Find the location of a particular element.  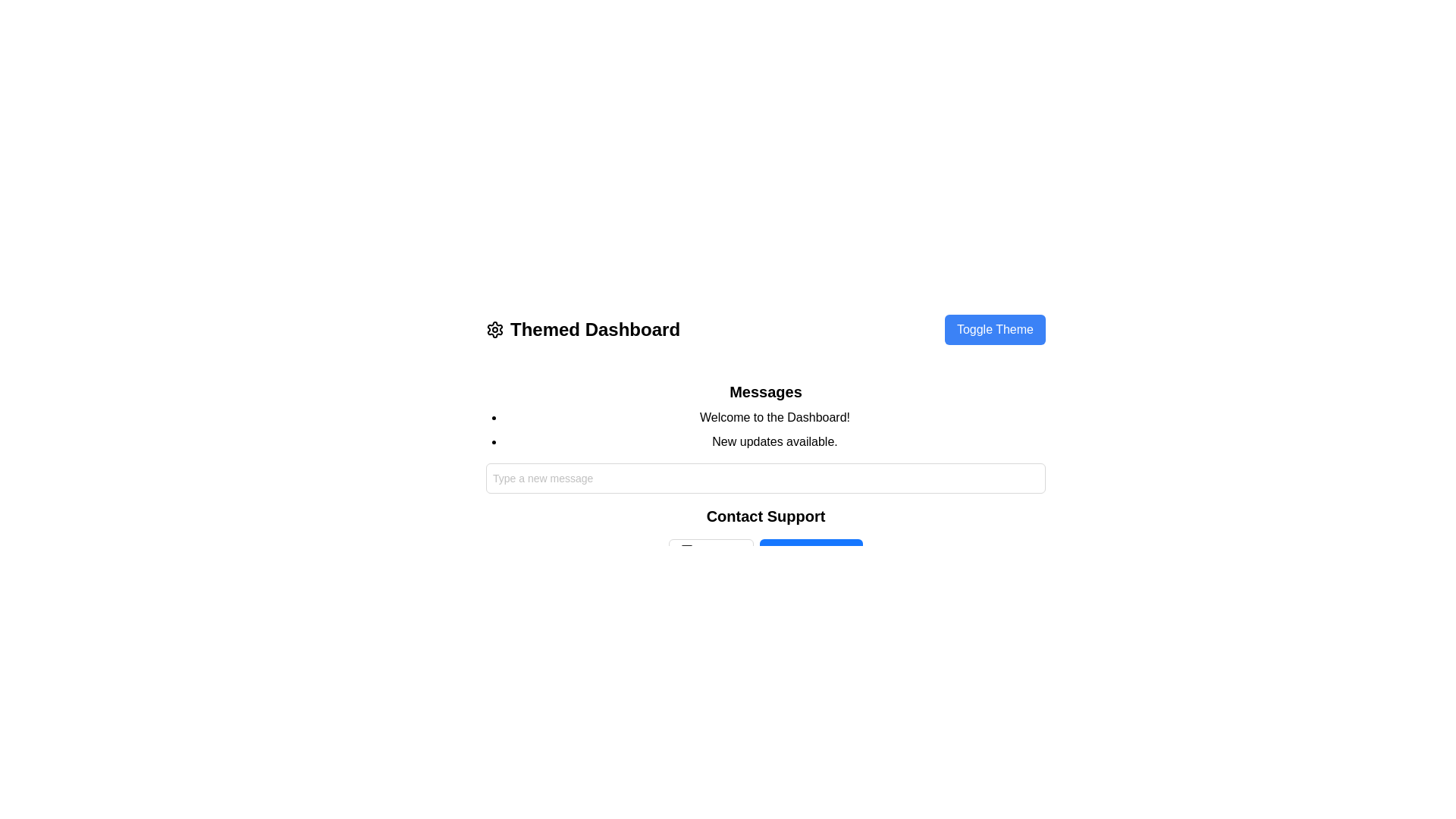

the gear-shaped icon, which is outlined in black and located to the left of the text 'Themed Dashboard' is located at coordinates (494, 329).